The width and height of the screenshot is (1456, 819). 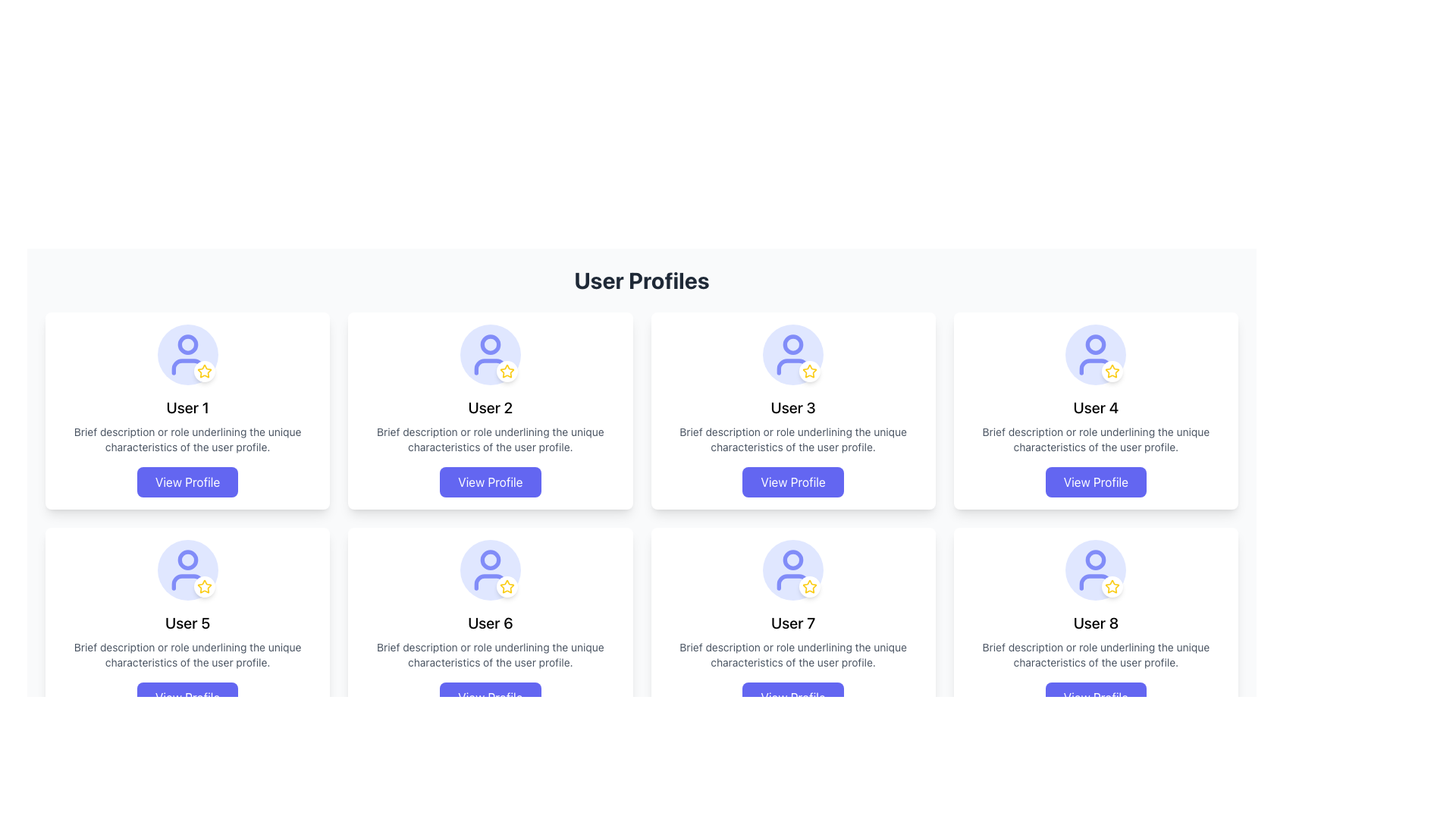 What do you see at coordinates (187, 354) in the screenshot?
I see `the user profile silhouette icon with a blue outline located in the top left card labeled 'User 1'` at bounding box center [187, 354].